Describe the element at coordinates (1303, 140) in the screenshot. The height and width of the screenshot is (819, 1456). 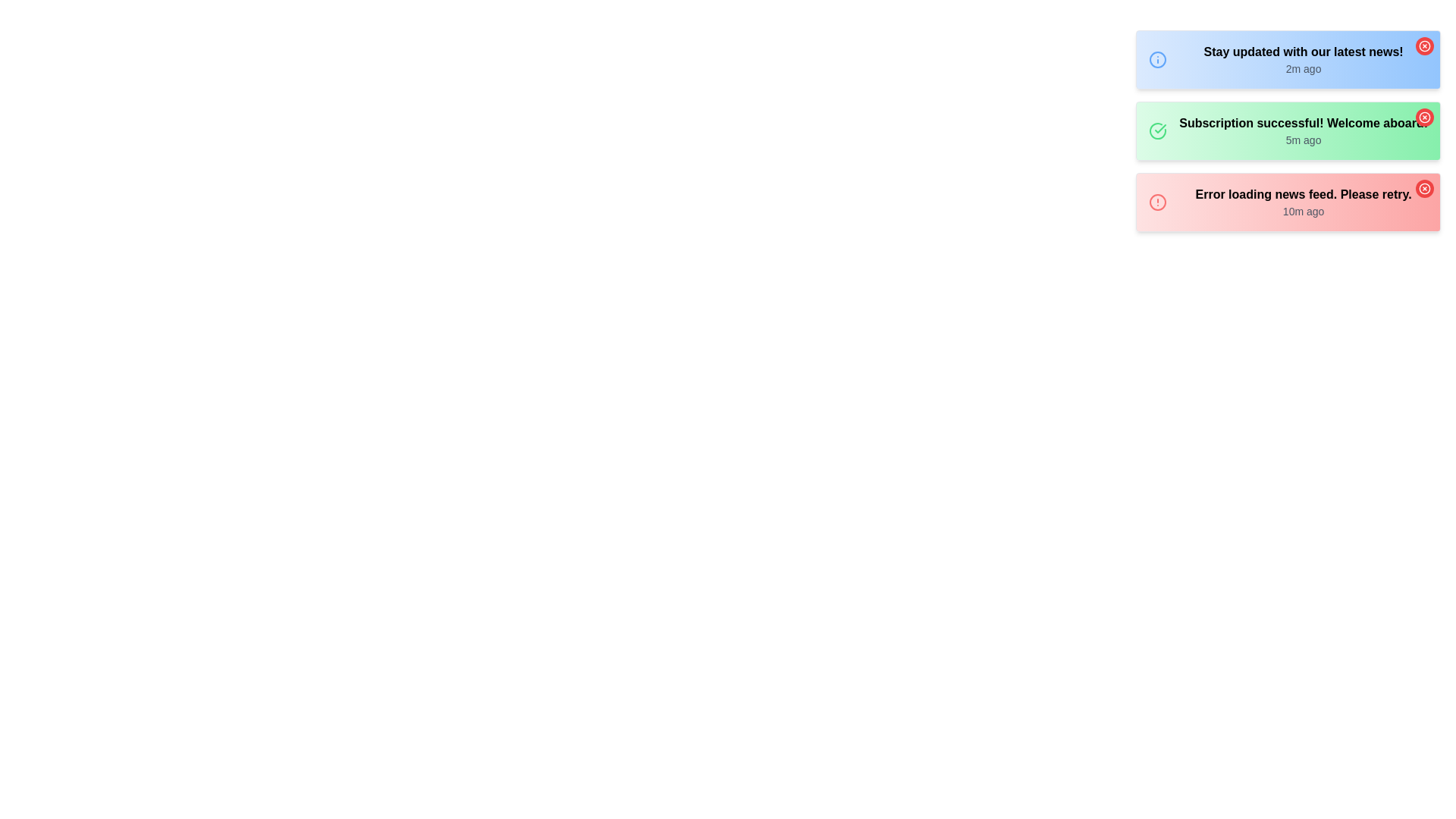
I see `the static text label that shows the timestamp or duration since the notification 'Subscription successful! Welcome aboard!' located beneath the main message` at that location.